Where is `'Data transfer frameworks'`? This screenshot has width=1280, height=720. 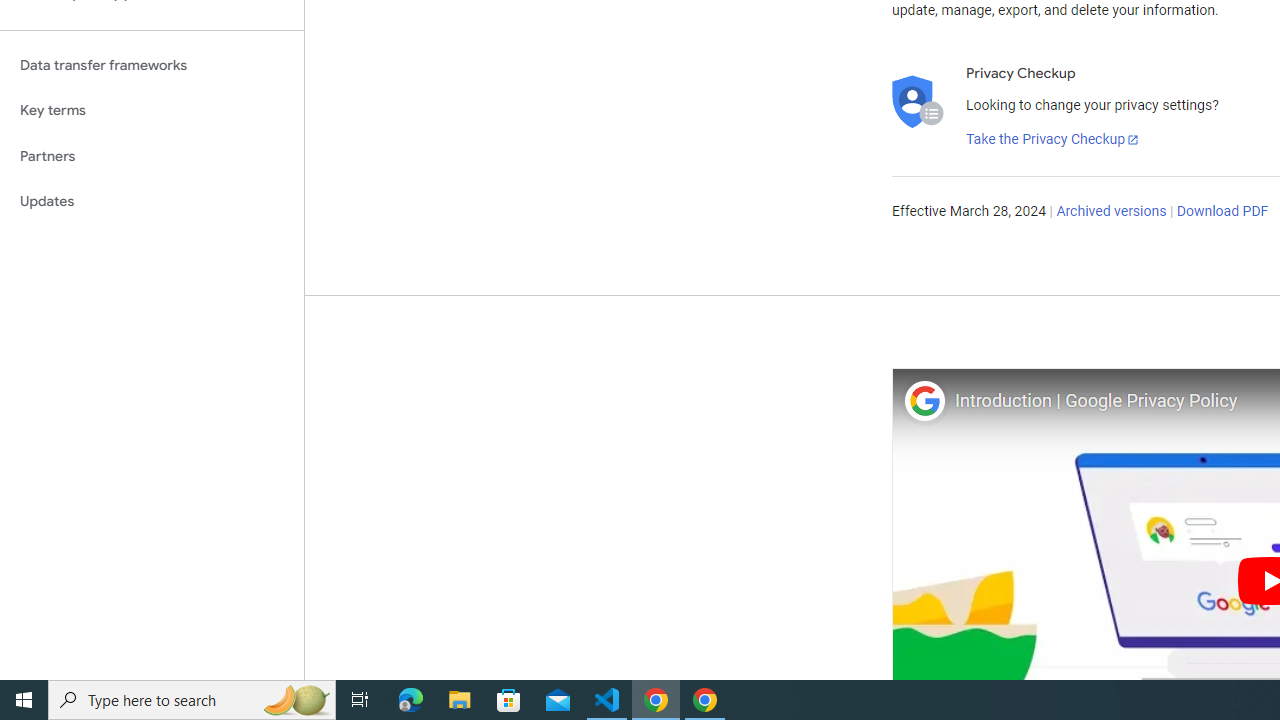
'Data transfer frameworks' is located at coordinates (151, 64).